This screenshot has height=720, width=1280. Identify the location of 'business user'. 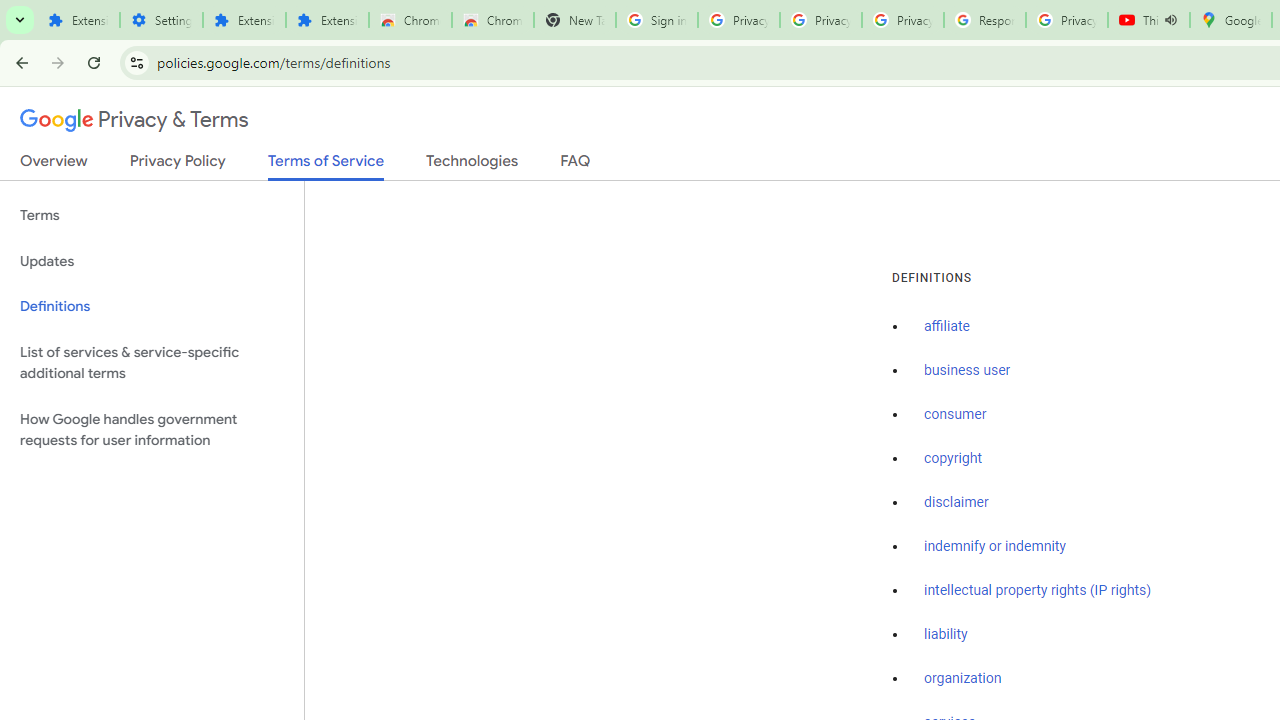
(967, 371).